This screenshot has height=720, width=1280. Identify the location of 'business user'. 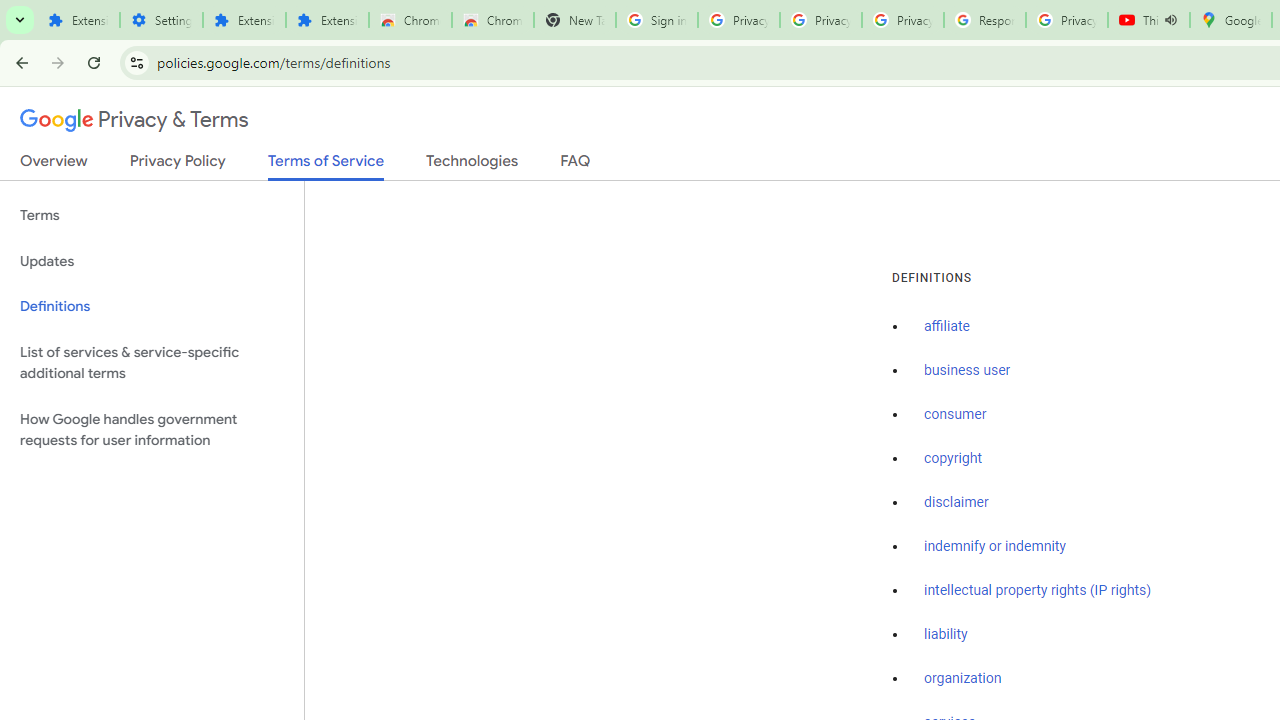
(967, 371).